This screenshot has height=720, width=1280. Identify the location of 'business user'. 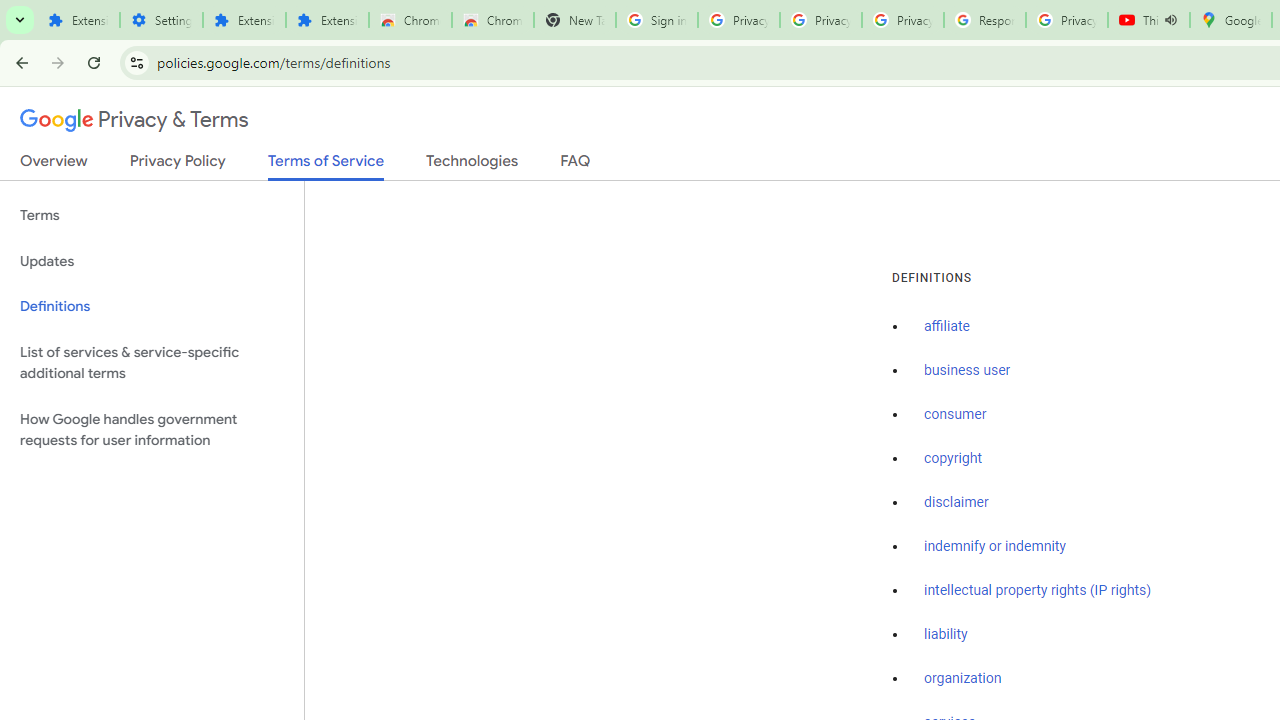
(967, 371).